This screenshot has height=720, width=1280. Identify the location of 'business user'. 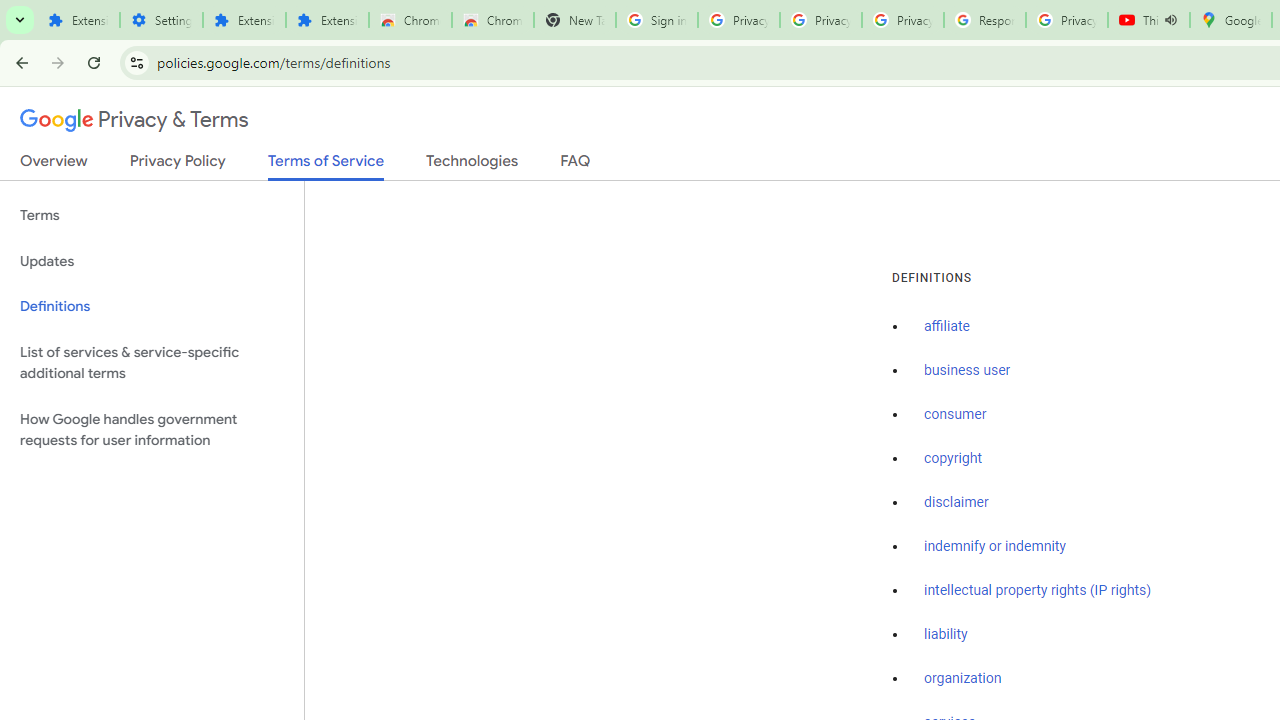
(967, 371).